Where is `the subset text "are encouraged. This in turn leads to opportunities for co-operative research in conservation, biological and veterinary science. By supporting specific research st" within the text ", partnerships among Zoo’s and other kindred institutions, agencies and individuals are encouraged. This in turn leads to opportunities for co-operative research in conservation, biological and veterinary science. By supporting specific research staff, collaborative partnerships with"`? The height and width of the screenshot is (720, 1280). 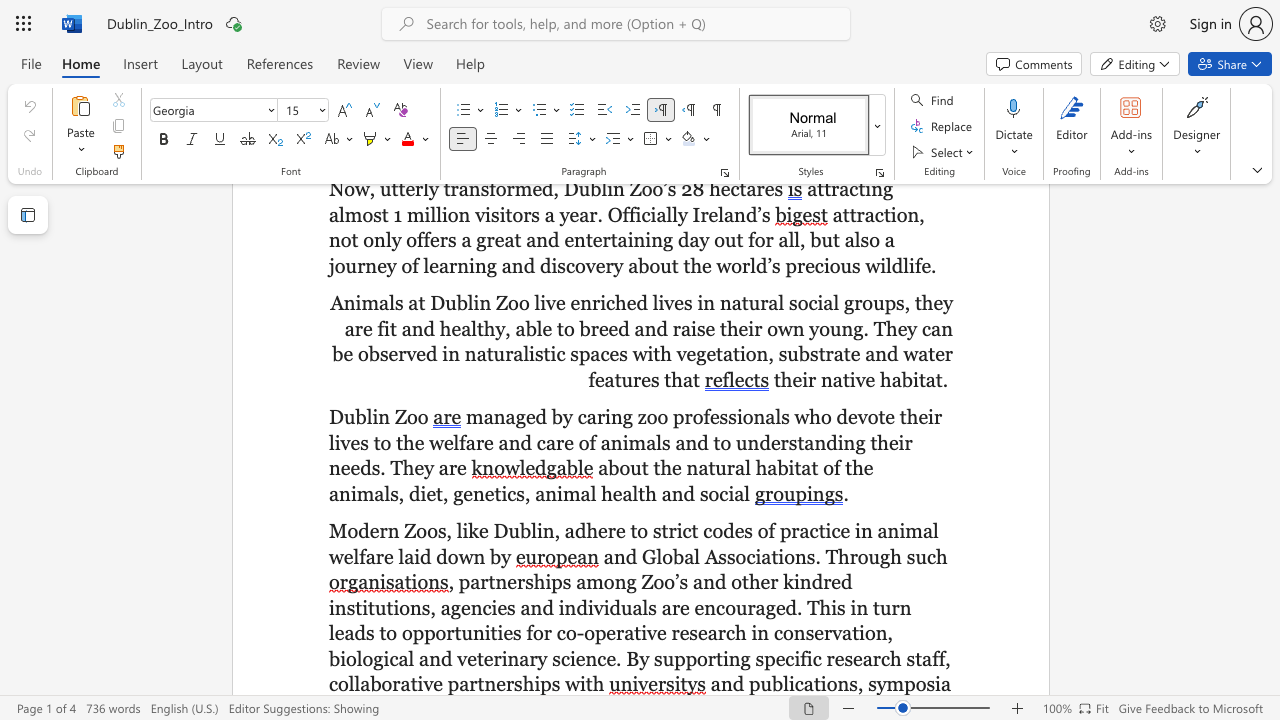 the subset text "are encouraged. This in turn leads to opportunities for co-operative research in conservation, biological and veterinary science. By supporting specific research st" within the text ", partnerships among Zoo’s and other kindred institutions, agencies and individuals are encouraged. This in turn leads to opportunities for co-operative research in conservation, biological and veterinary science. By supporting specific research staff, collaborative partnerships with" is located at coordinates (661, 606).